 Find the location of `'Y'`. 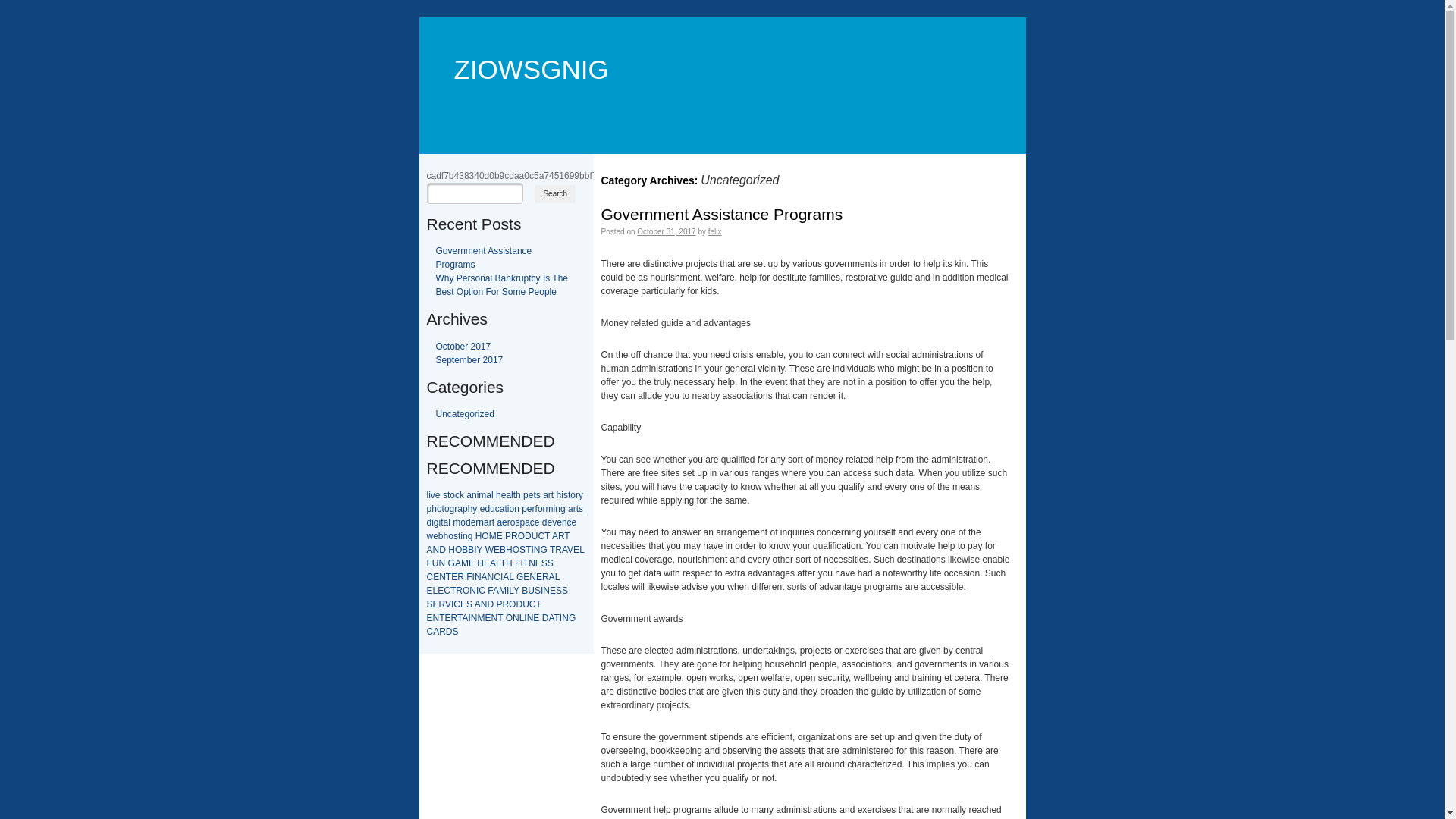

'Y' is located at coordinates (479, 550).